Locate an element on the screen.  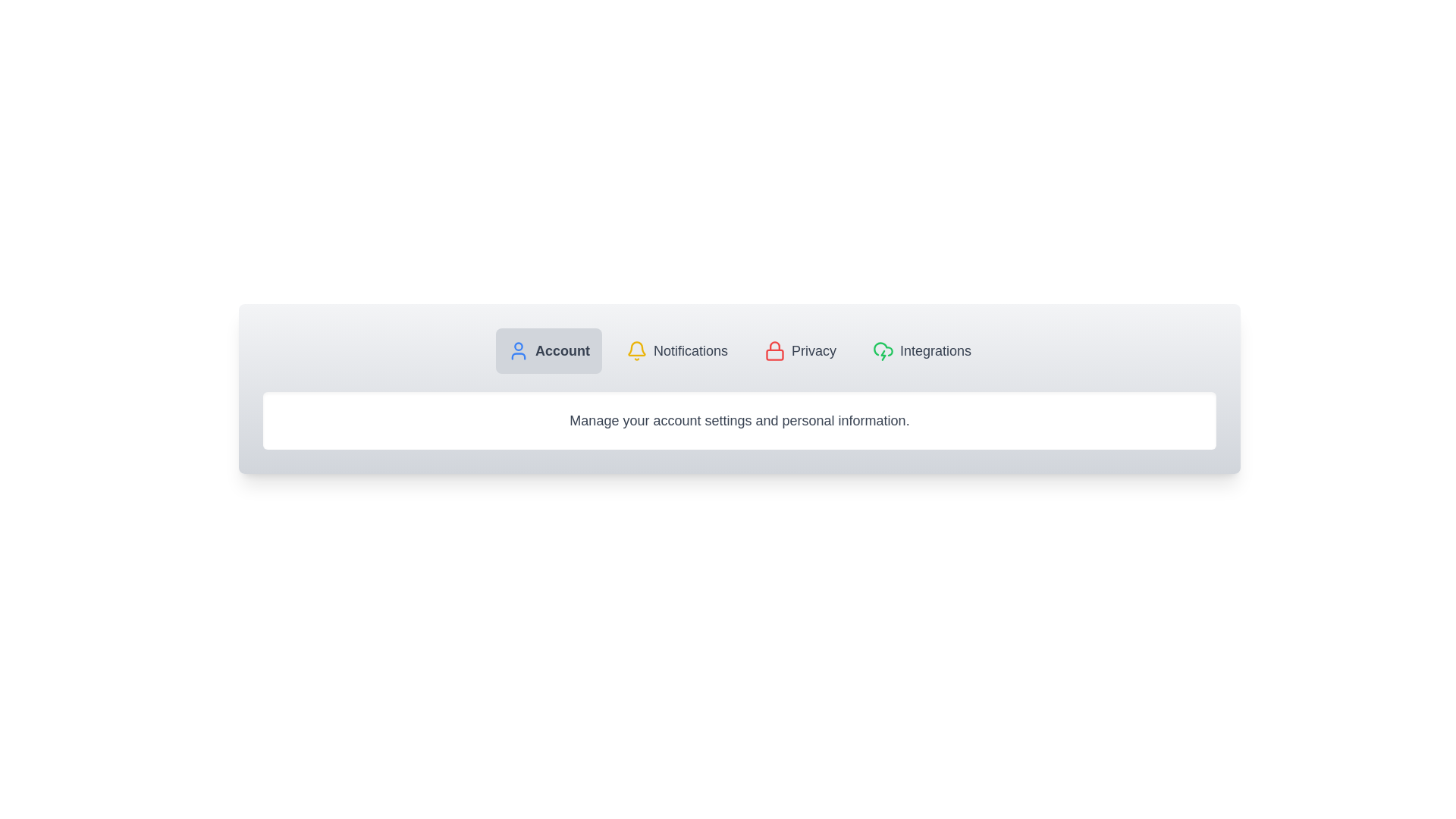
navigational Text label for 'Integrations' located in the horizontal navigation menu on the right side, adjacent to the cloud with a lightning bolt icon is located at coordinates (934, 350).